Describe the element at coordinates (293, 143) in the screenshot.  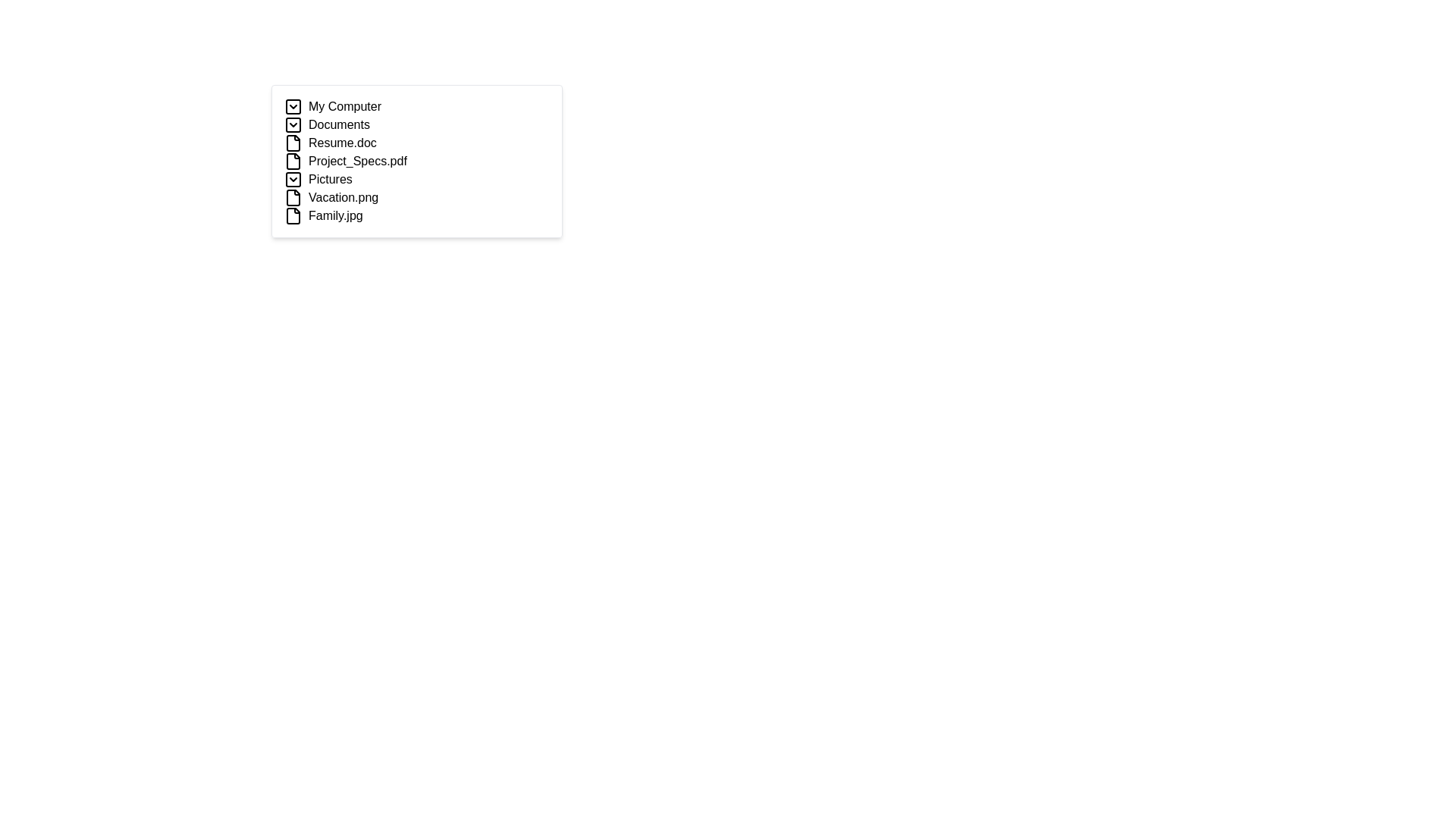
I see `the document icon representing 'Resume.doc', which is the third icon` at that location.